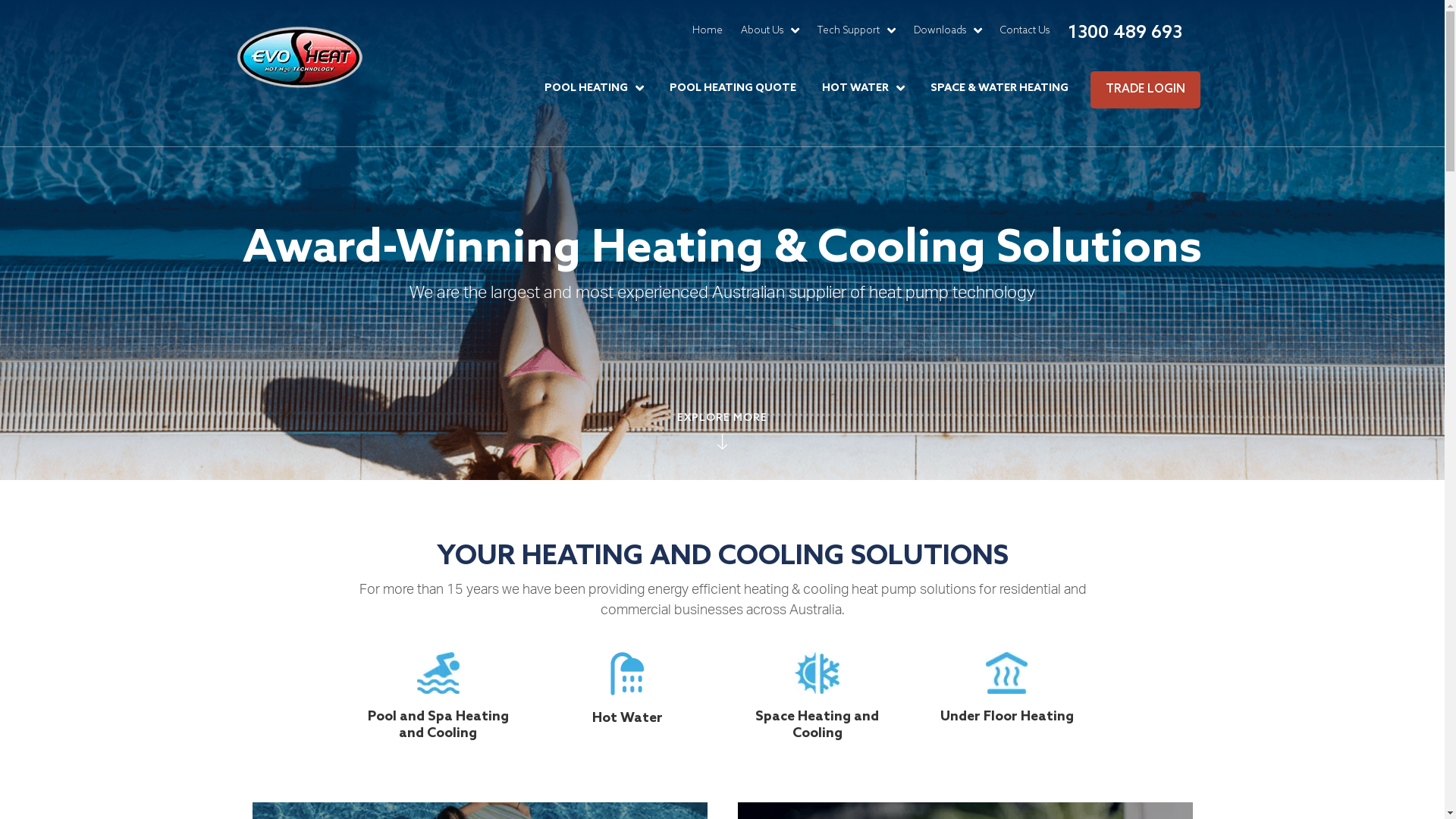 Image resolution: width=1456 pixels, height=819 pixels. Describe the element at coordinates (793, 651) in the screenshot. I see `'icon-space-heating'` at that location.